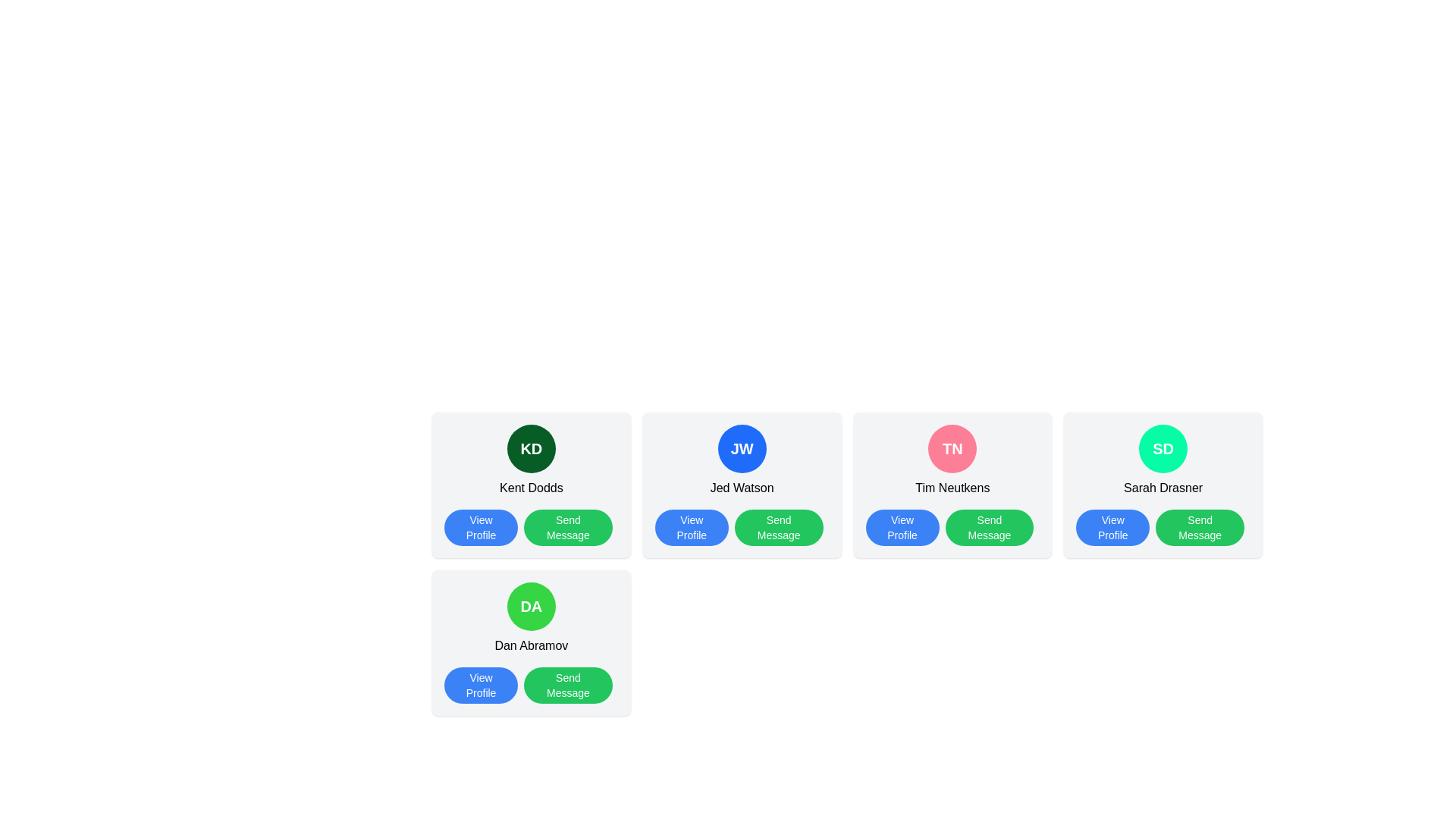 The image size is (1456, 819). I want to click on the buttons within the Card component that displays user information, located in the fifth position of the grid layout, centered horizontally below the first card ('Kent Dodds'), so click(531, 643).